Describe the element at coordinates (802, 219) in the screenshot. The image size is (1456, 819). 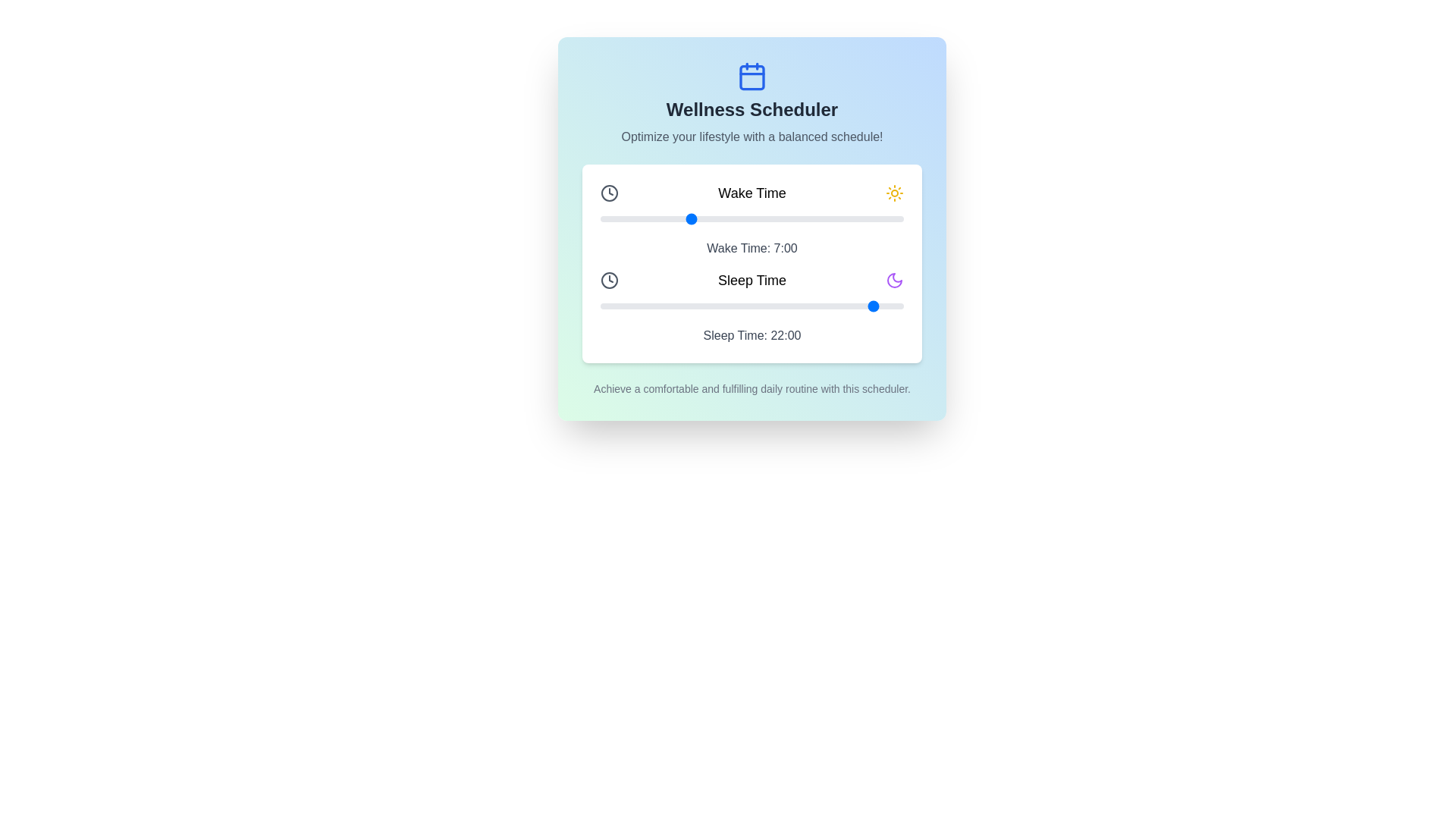
I see `the wake time` at that location.